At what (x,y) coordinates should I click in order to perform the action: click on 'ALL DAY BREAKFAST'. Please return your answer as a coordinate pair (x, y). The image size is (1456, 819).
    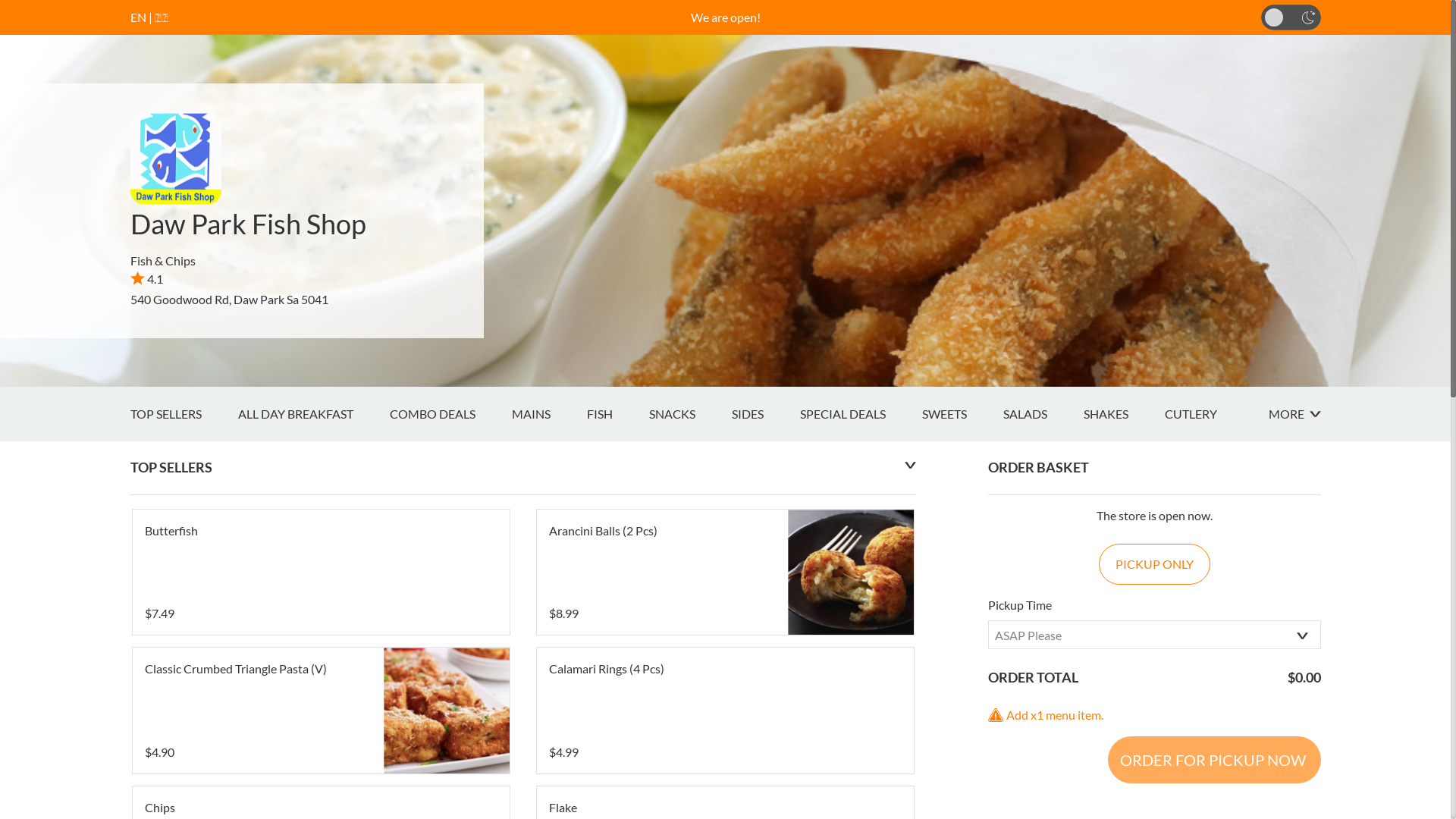
    Looking at the image, I should click on (312, 414).